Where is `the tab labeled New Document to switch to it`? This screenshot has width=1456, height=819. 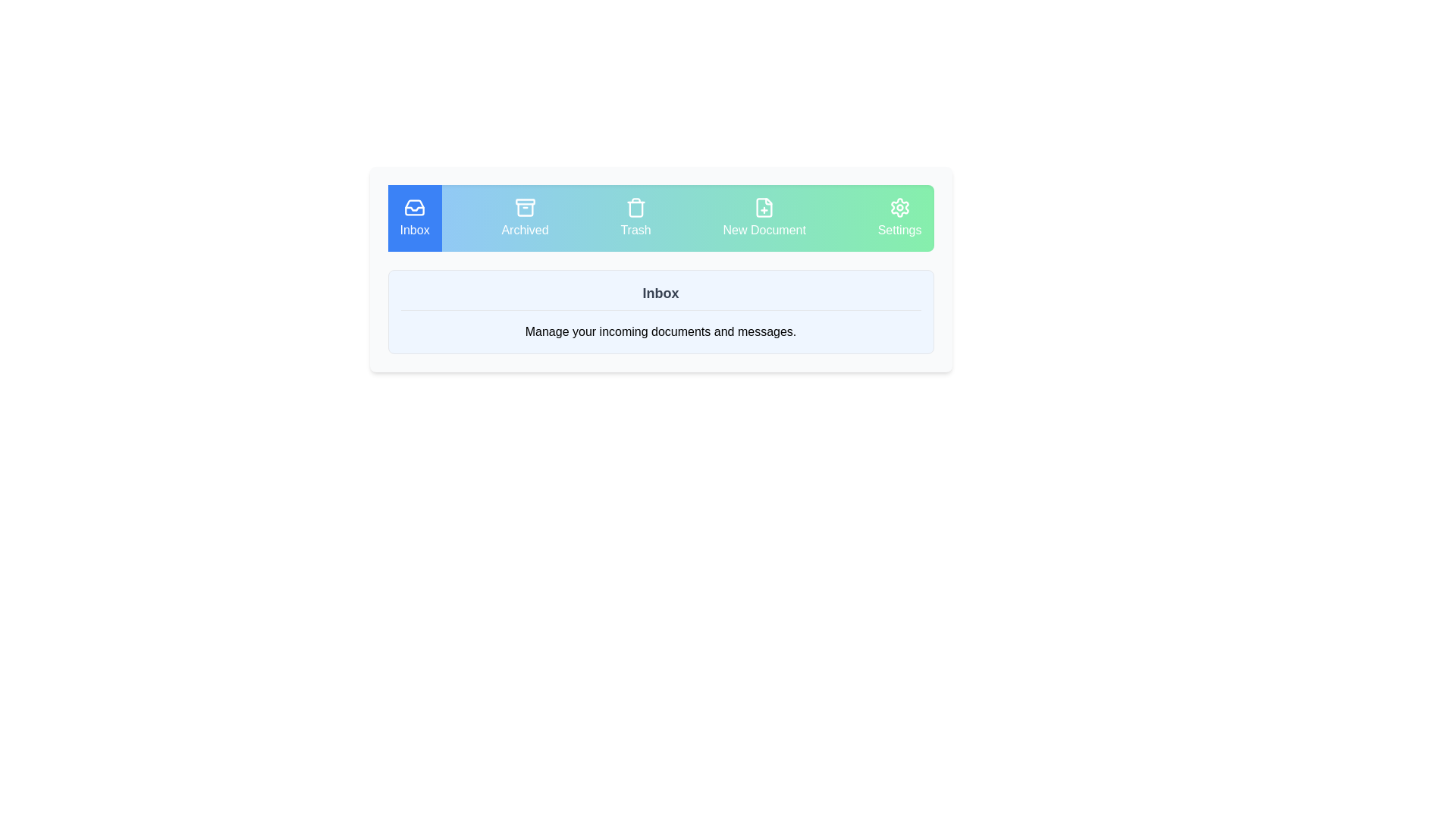 the tab labeled New Document to switch to it is located at coordinates (764, 218).